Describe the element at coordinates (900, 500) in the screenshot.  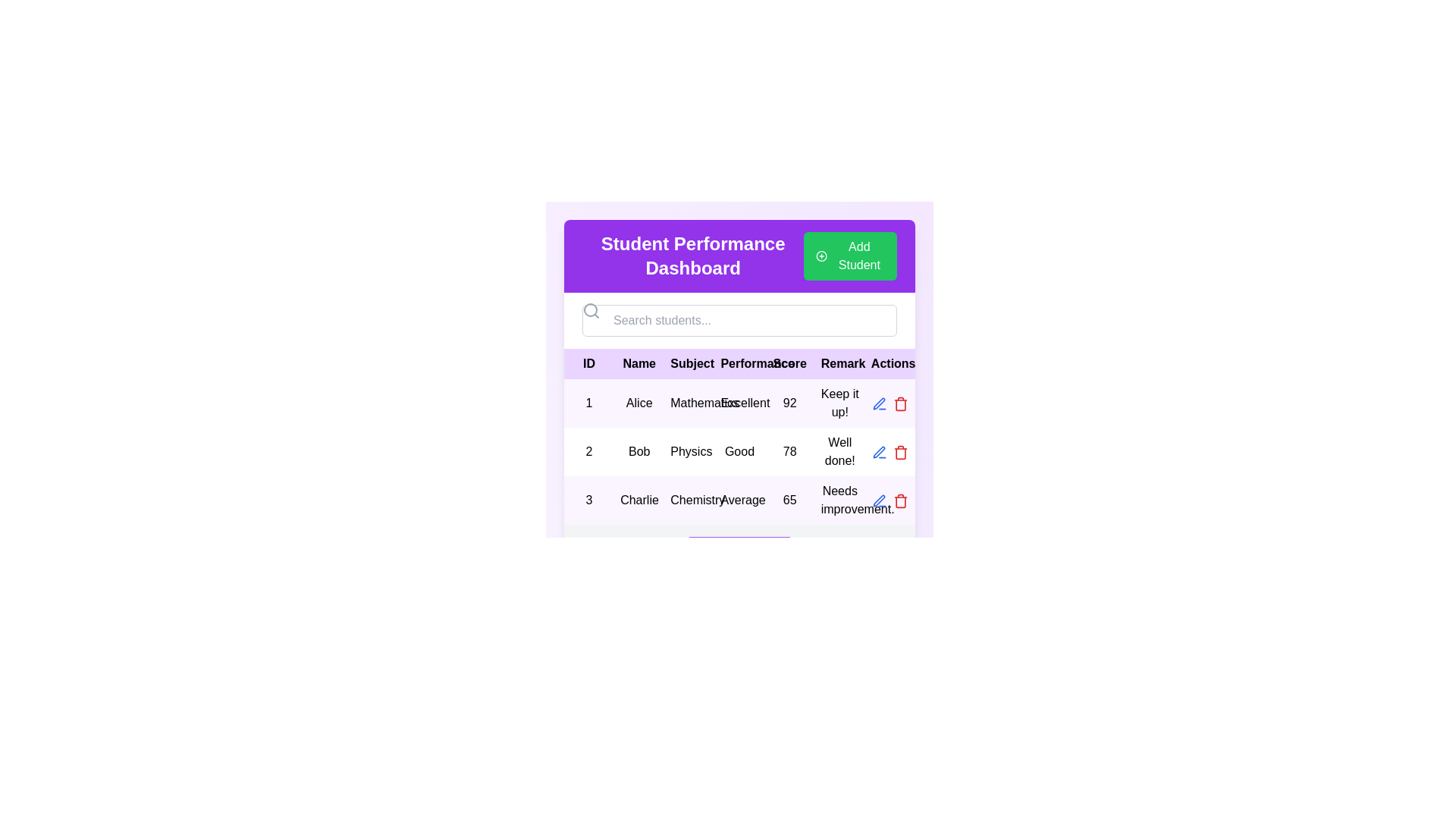
I see `the delete icon button located in the 'Actions' column of the third row of the table` at that location.